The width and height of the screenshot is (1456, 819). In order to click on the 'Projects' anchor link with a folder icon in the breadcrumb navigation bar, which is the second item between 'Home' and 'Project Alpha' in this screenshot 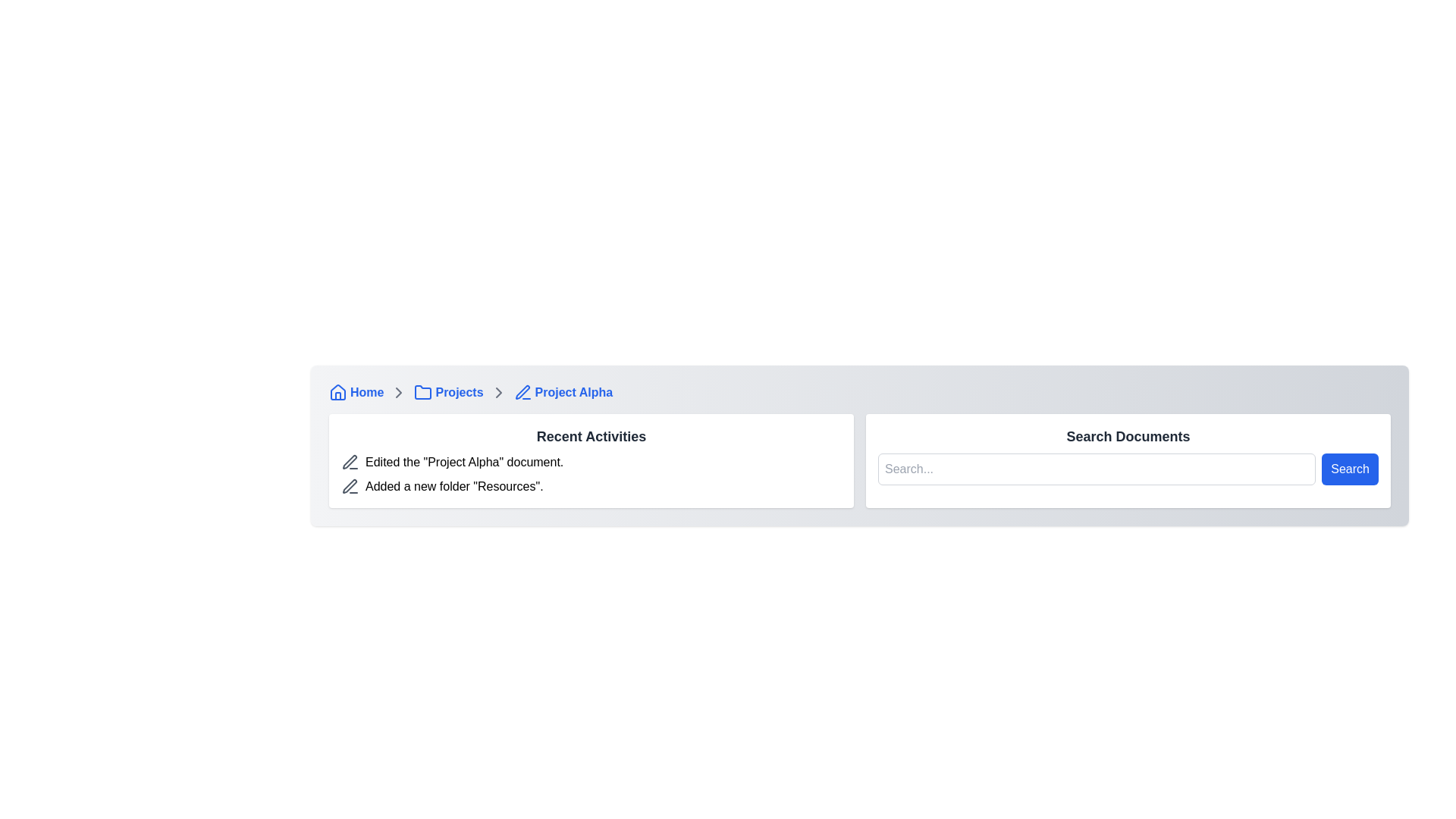, I will do `click(447, 391)`.